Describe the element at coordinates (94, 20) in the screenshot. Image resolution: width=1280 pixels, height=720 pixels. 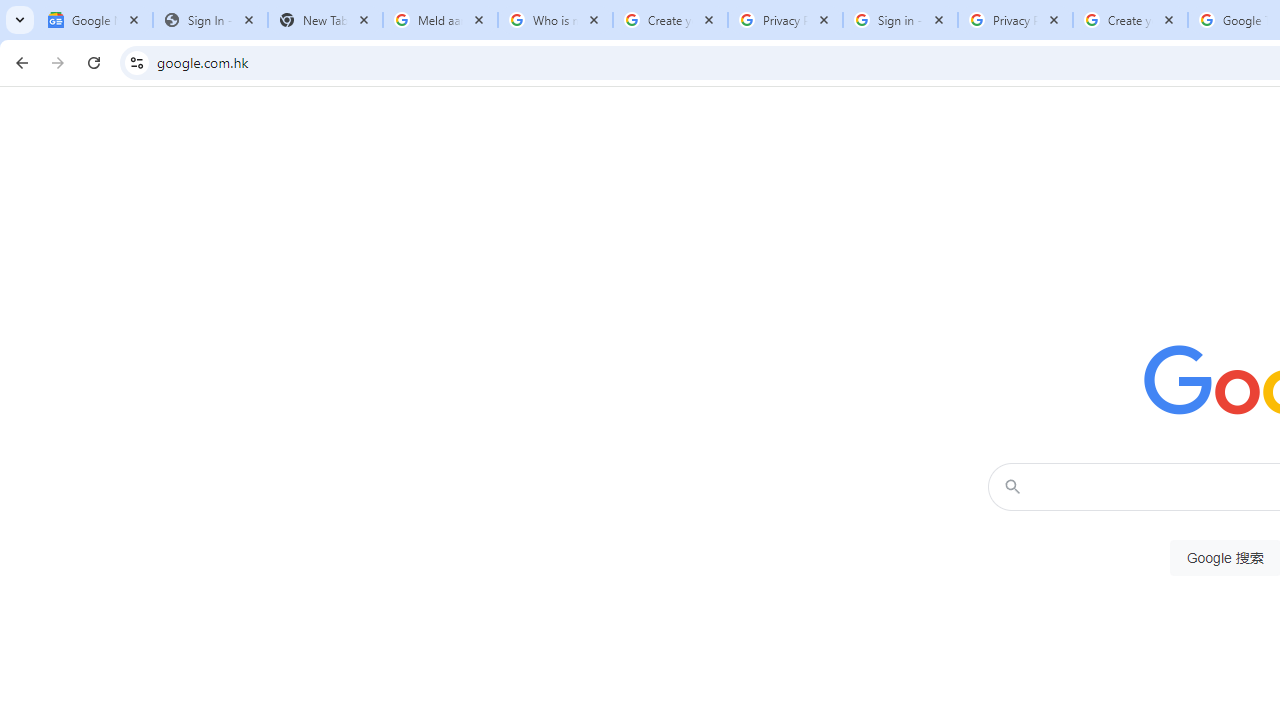
I see `'Google News'` at that location.